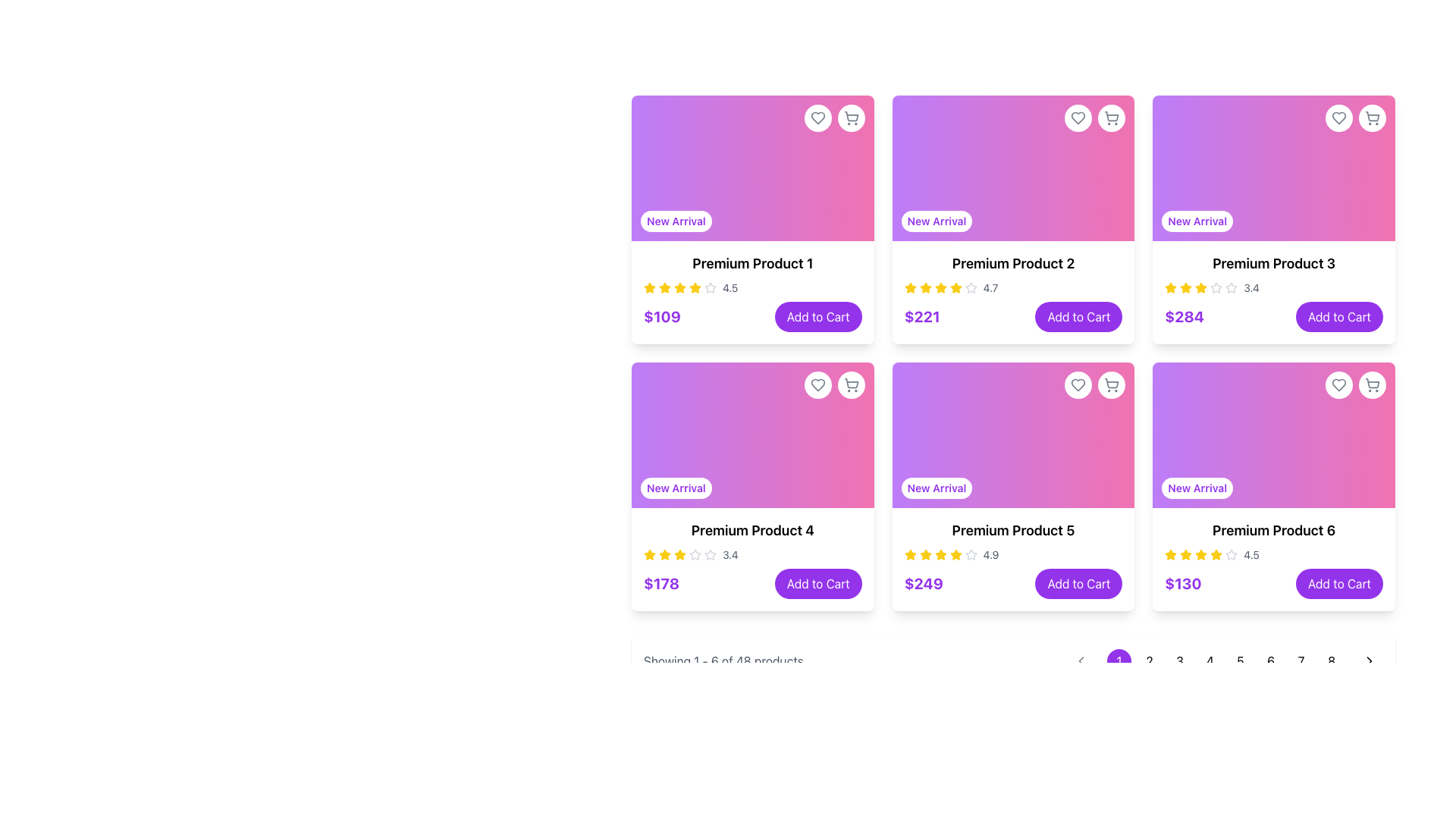 The height and width of the screenshot is (819, 1456). Describe the element at coordinates (675, 488) in the screenshot. I see `the small rounded rectangular label that displays 'New Arrival' in purple color on a white background, located at the bottom-left of the fourth card component` at that location.